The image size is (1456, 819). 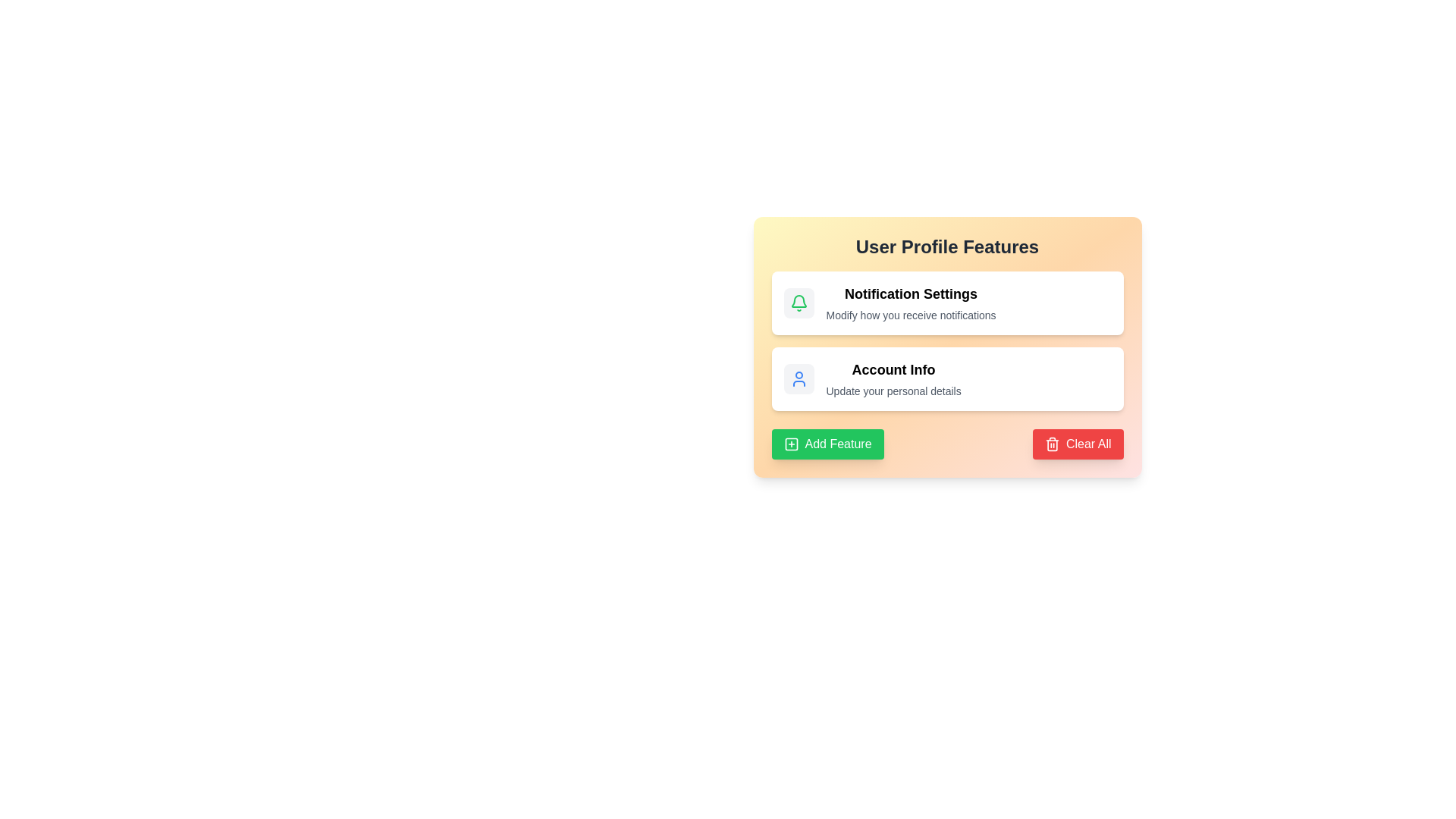 I want to click on the red-colored trash can icon located on the left side of the 'Clear All' button at the bottom right of the card interface, so click(x=1051, y=444).